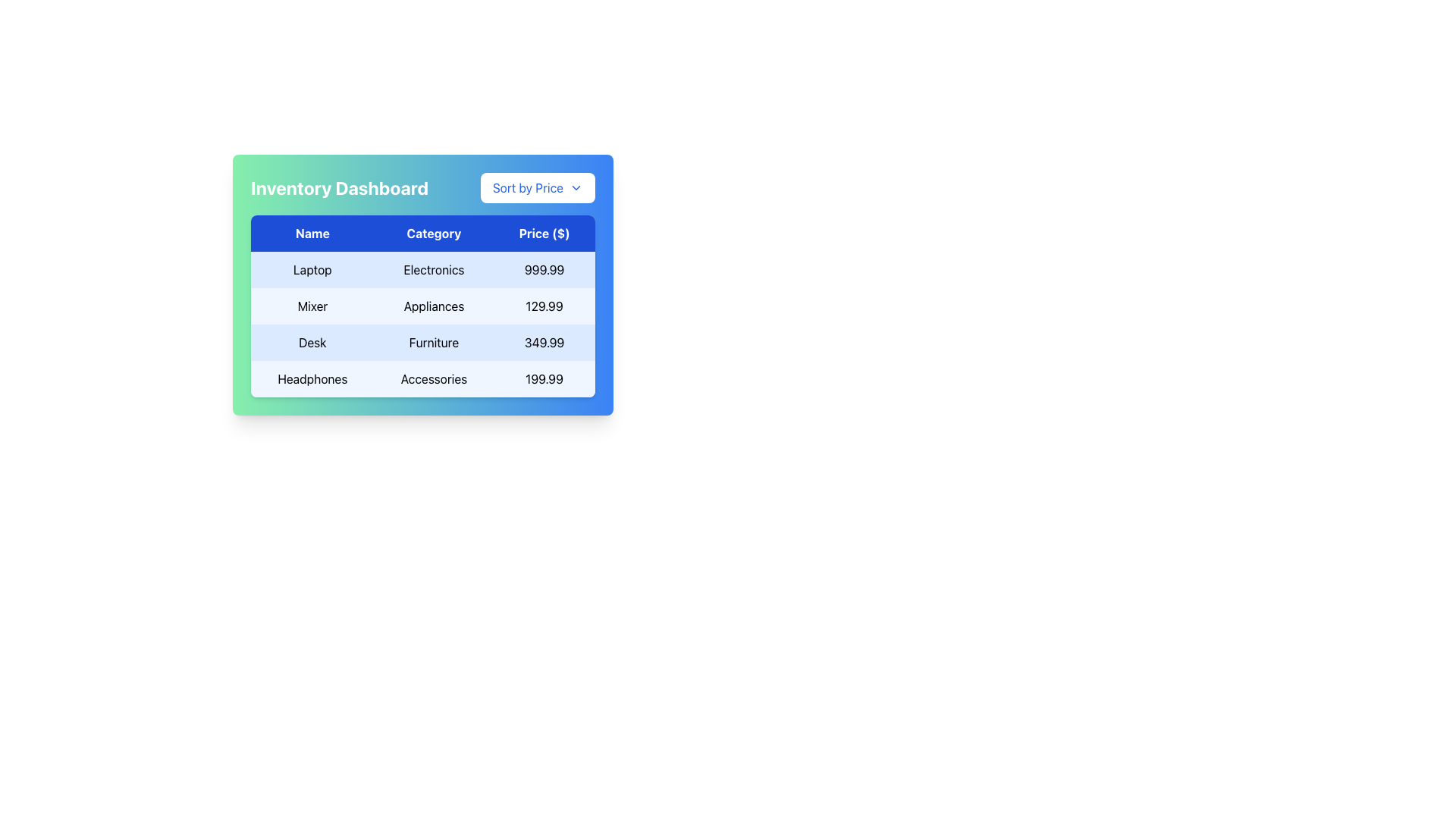  I want to click on the second row in the table containing 'Mixer', 'Appliances', and '129.99', which has a light blue alternating background, so click(422, 306).